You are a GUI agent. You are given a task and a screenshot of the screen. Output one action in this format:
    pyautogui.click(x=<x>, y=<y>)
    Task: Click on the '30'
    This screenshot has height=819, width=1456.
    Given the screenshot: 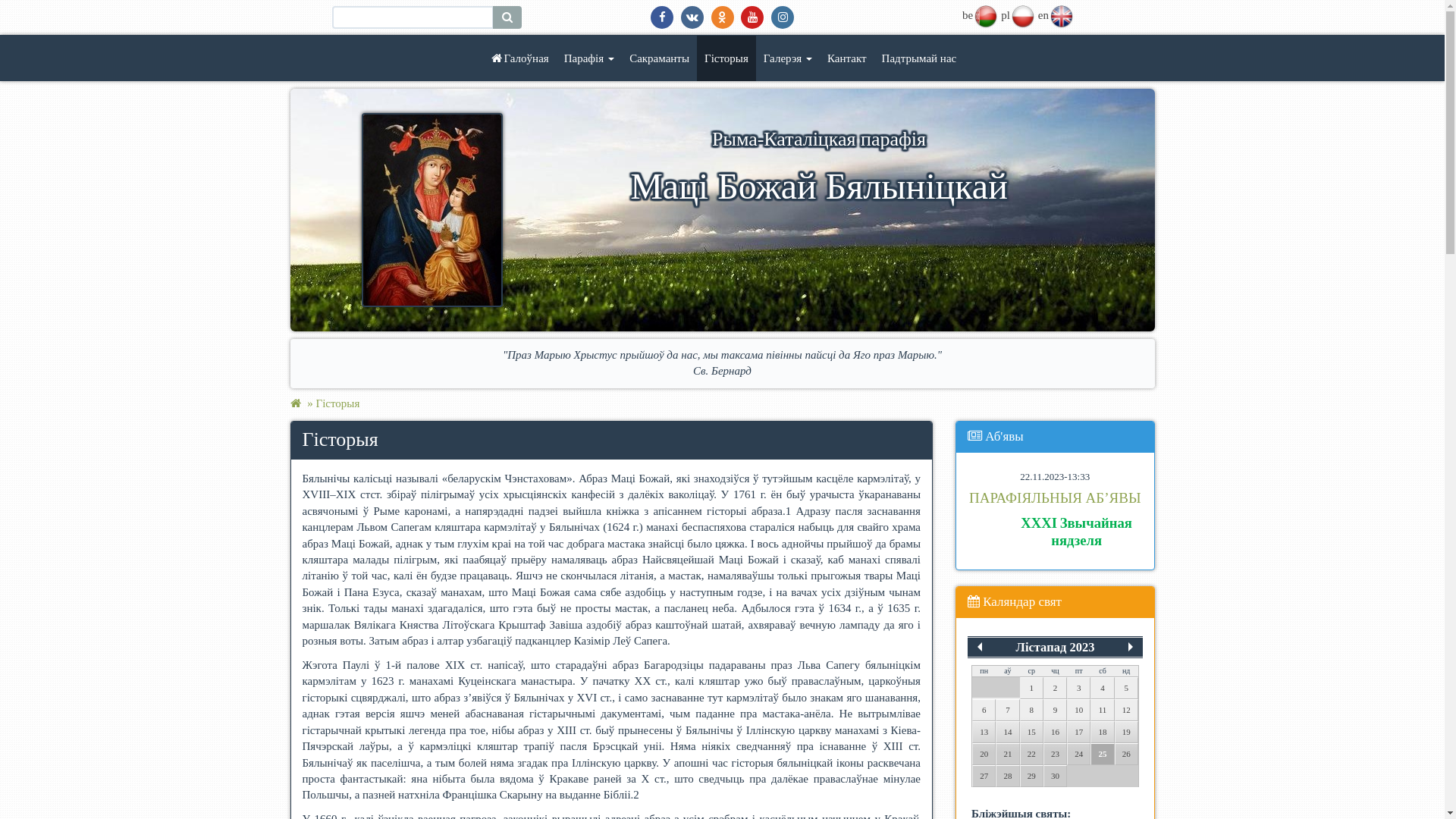 What is the action you would take?
    pyautogui.click(x=1054, y=776)
    